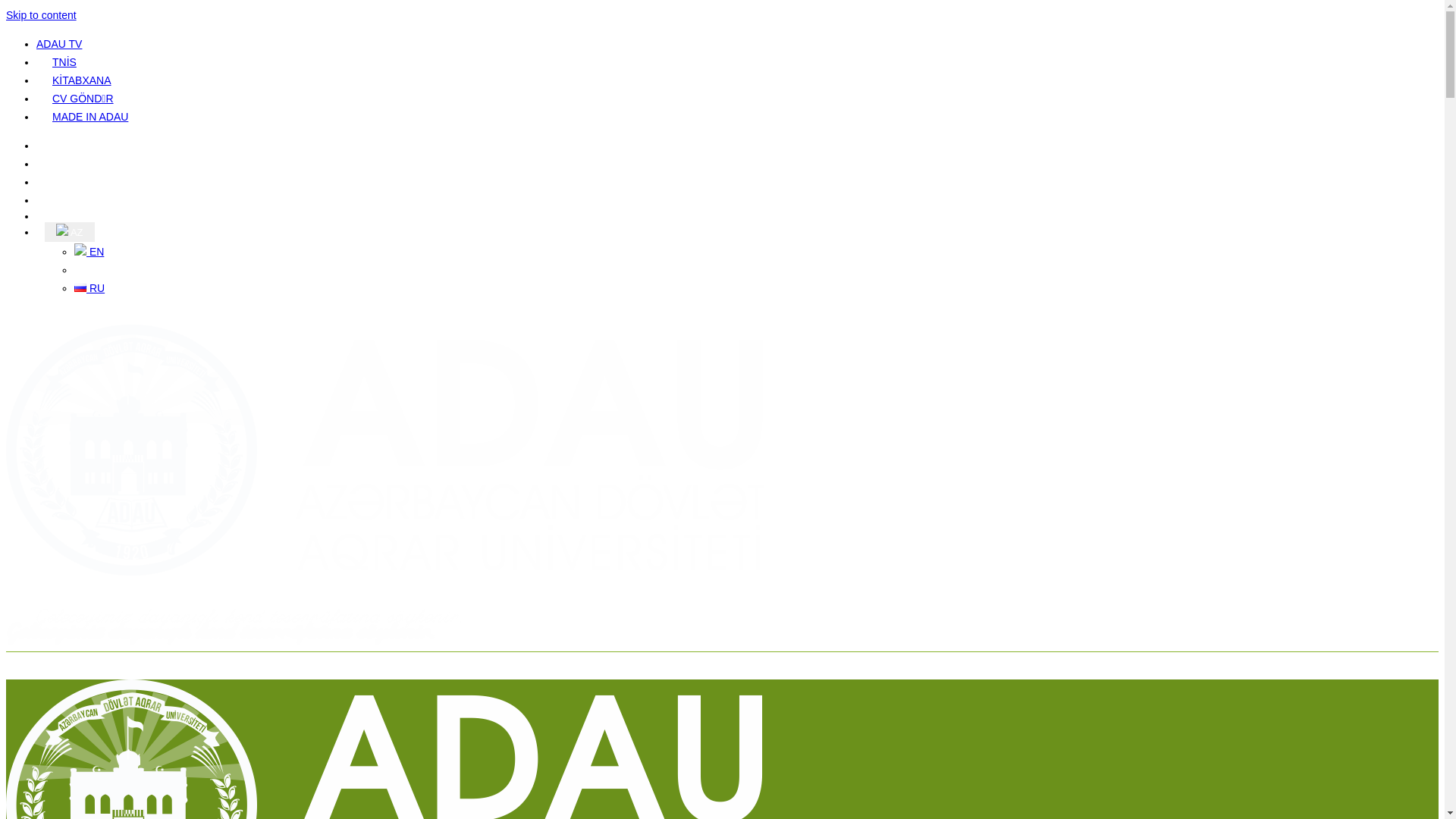  Describe the element at coordinates (88, 250) in the screenshot. I see `'EN'` at that location.